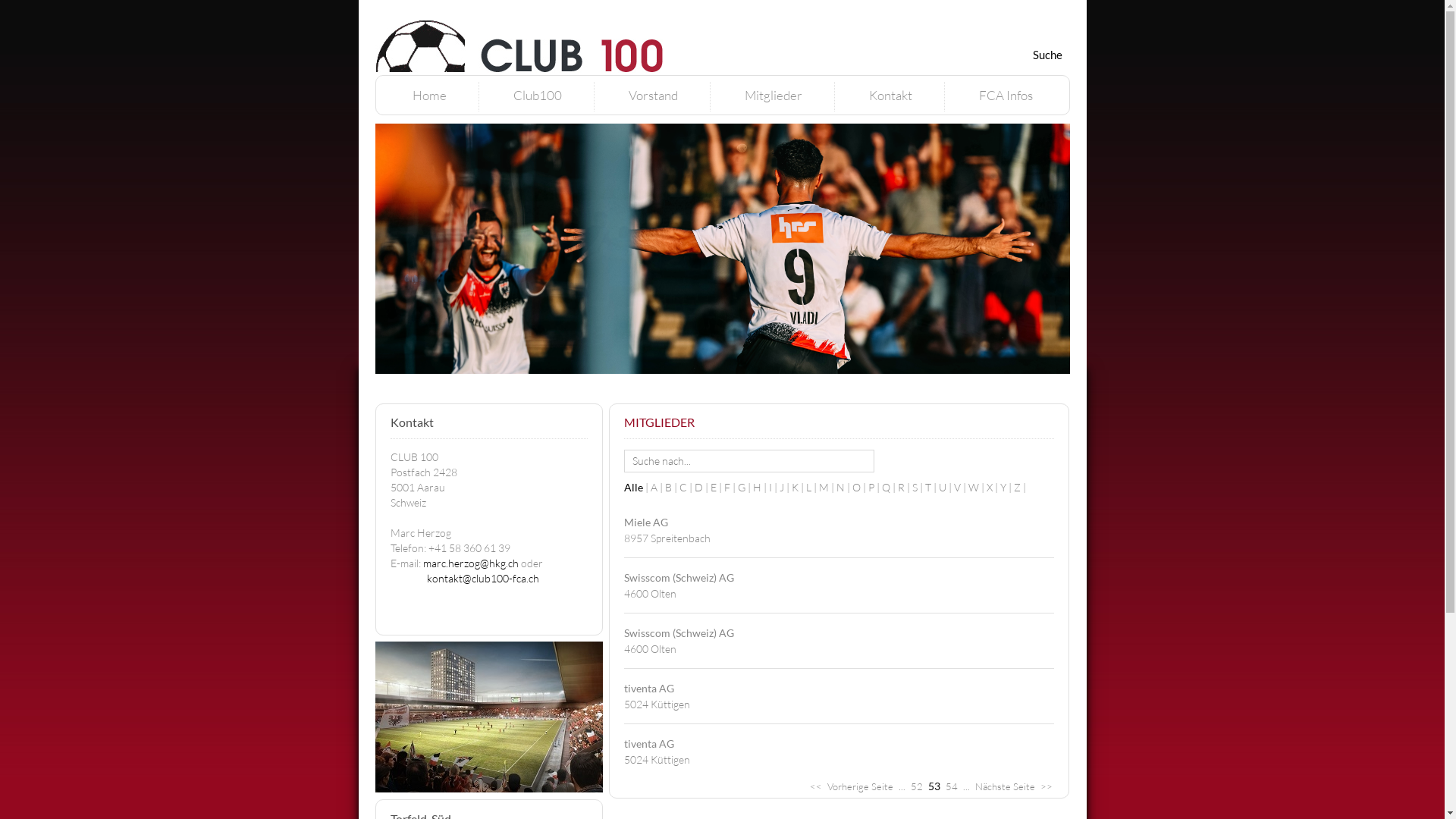 The height and width of the screenshot is (819, 1456). Describe the element at coordinates (1046, 786) in the screenshot. I see `'>>'` at that location.